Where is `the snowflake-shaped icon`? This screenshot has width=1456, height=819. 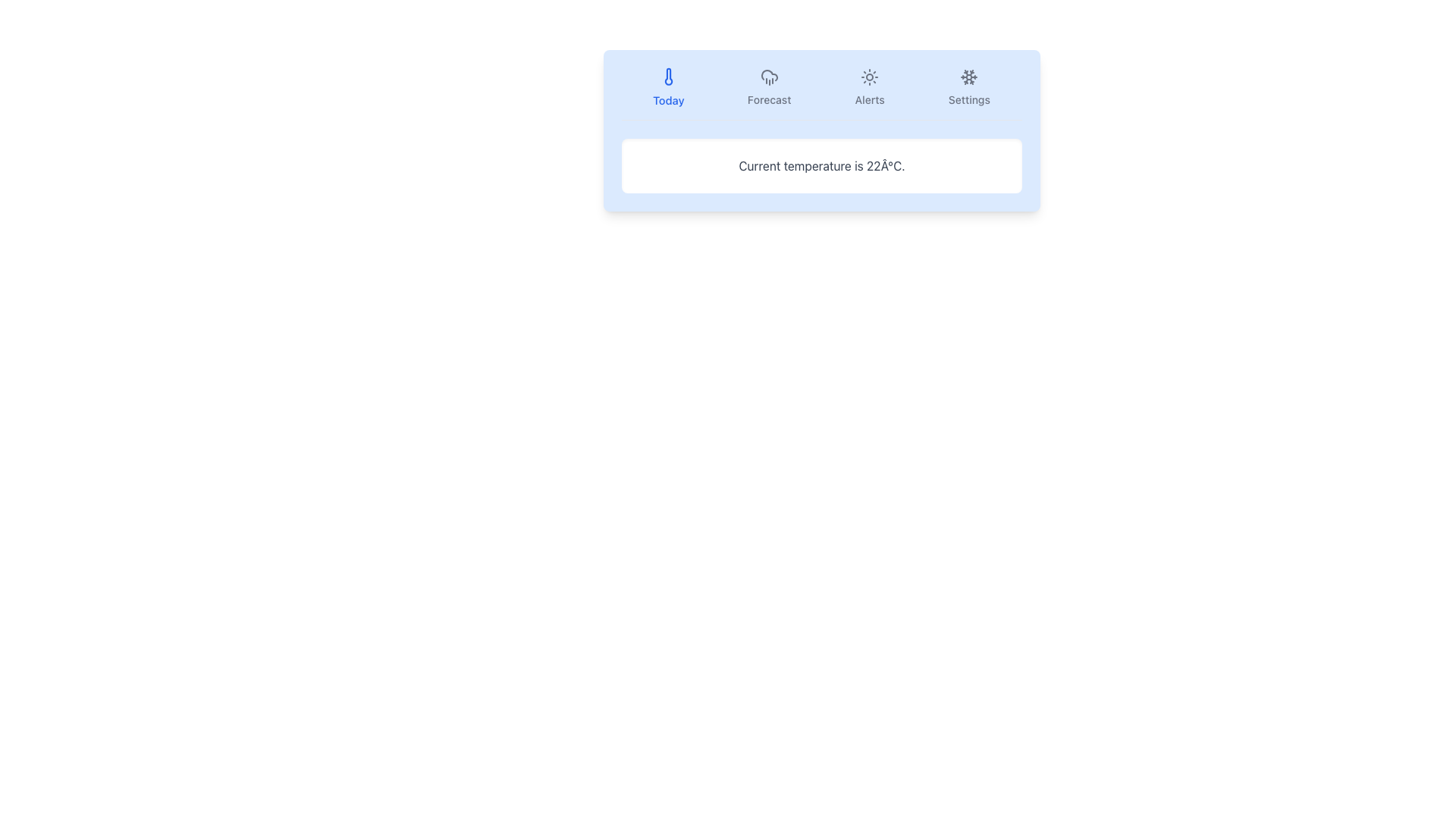
the snowflake-shaped icon is located at coordinates (968, 77).